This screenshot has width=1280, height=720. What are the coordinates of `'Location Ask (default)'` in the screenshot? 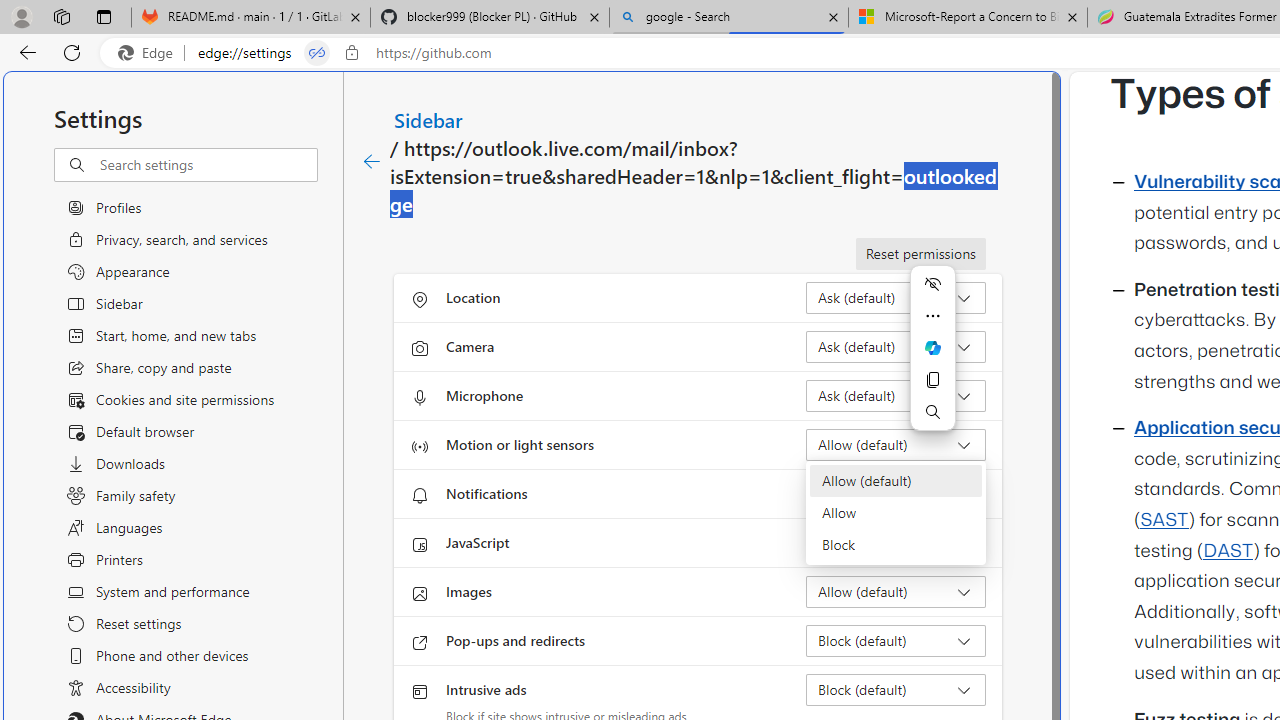 It's located at (895, 298).